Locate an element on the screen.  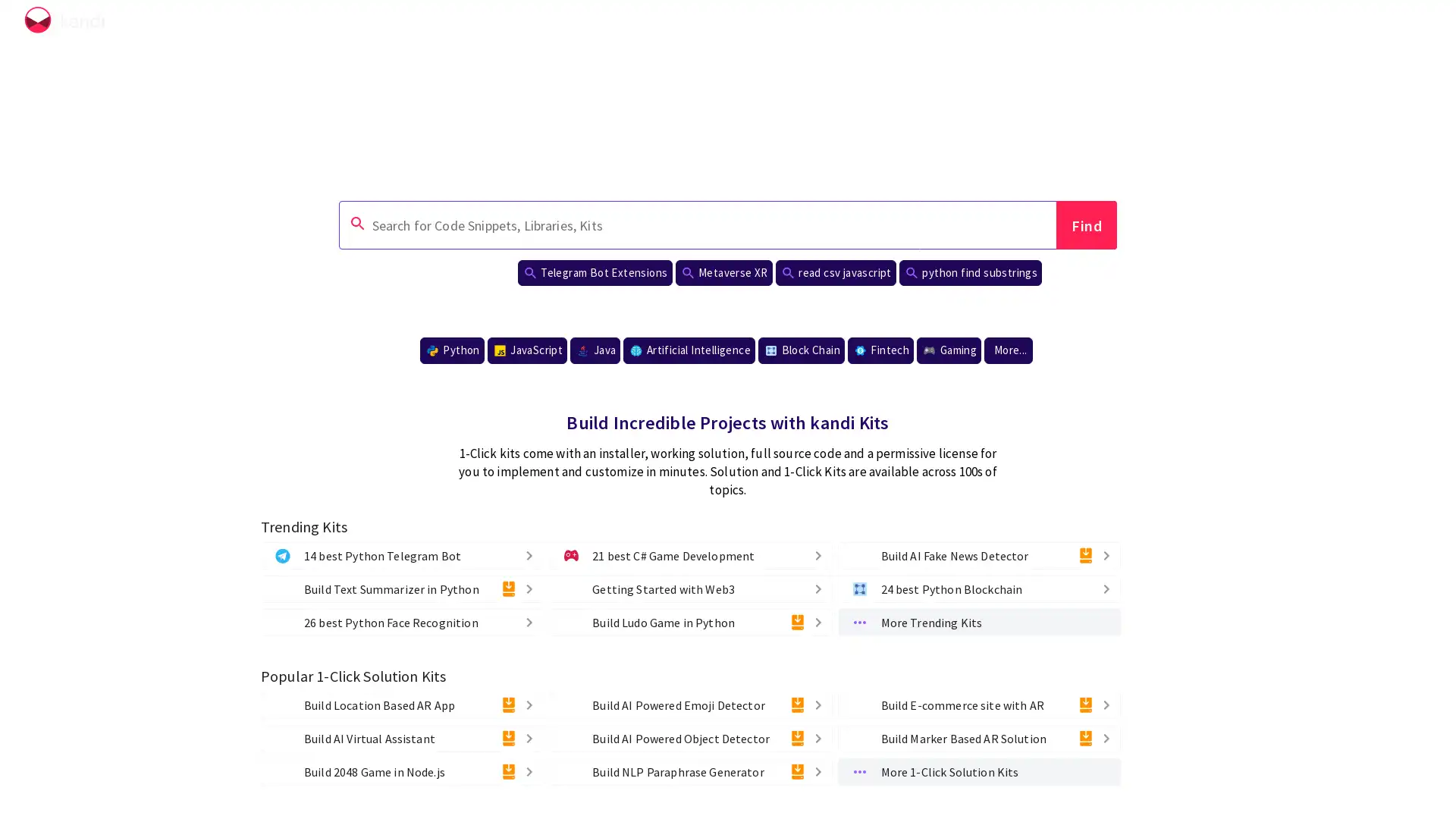
More Trending Kits is located at coordinates (978, 622).